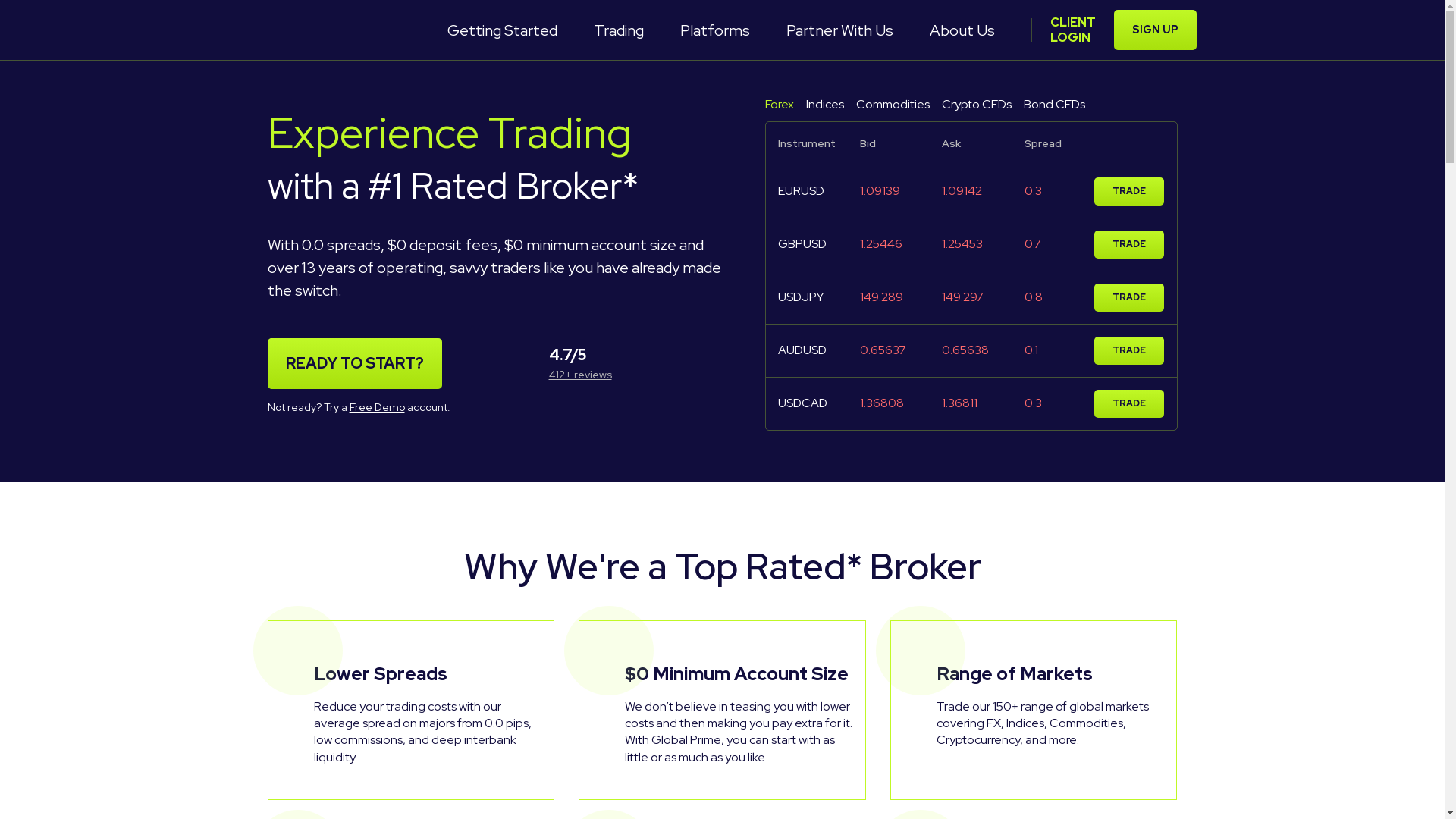 The image size is (1456, 819). What do you see at coordinates (1053, 104) in the screenshot?
I see `'Bond CFDs'` at bounding box center [1053, 104].